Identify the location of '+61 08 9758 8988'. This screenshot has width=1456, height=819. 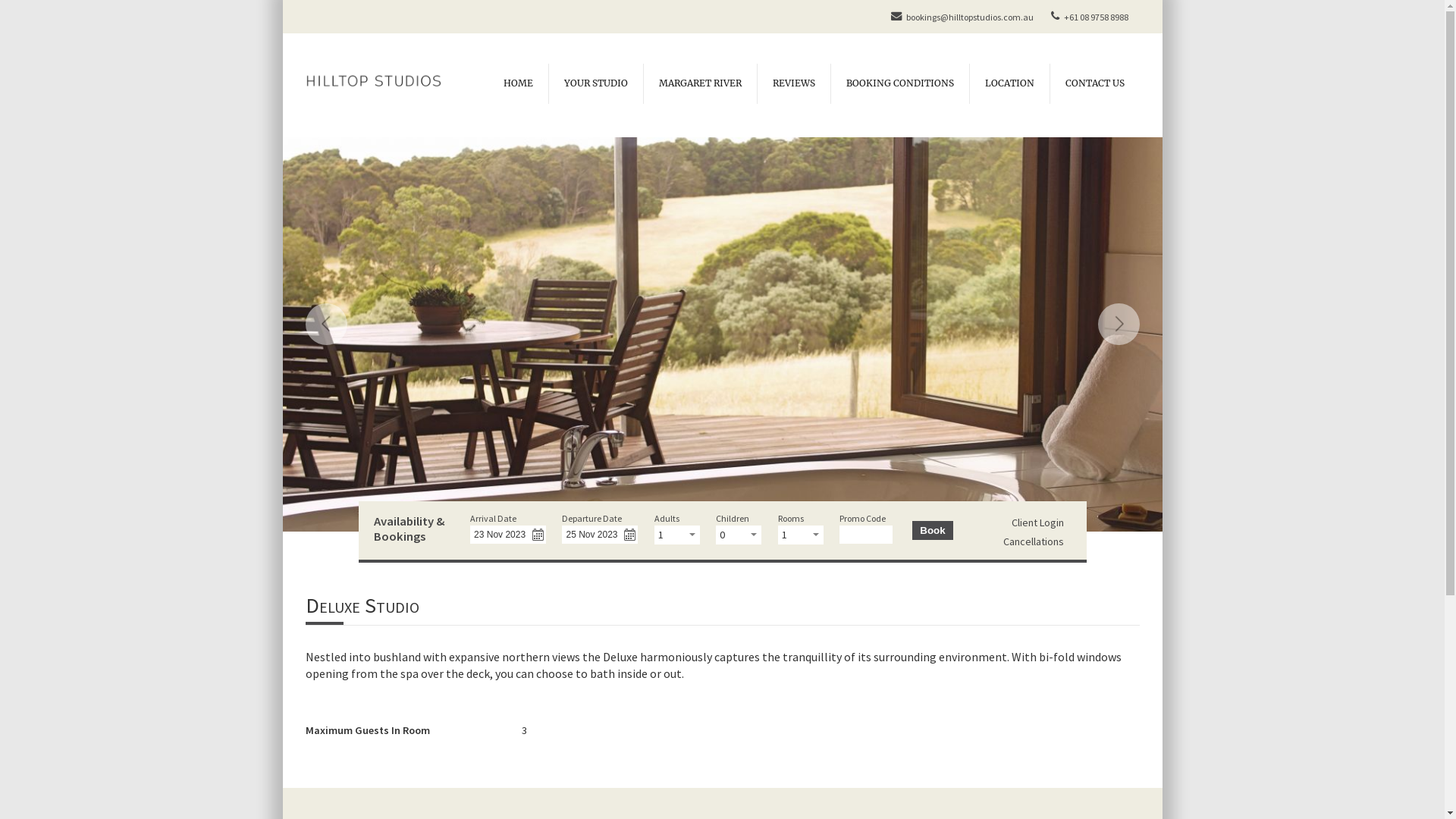
(1043, 17).